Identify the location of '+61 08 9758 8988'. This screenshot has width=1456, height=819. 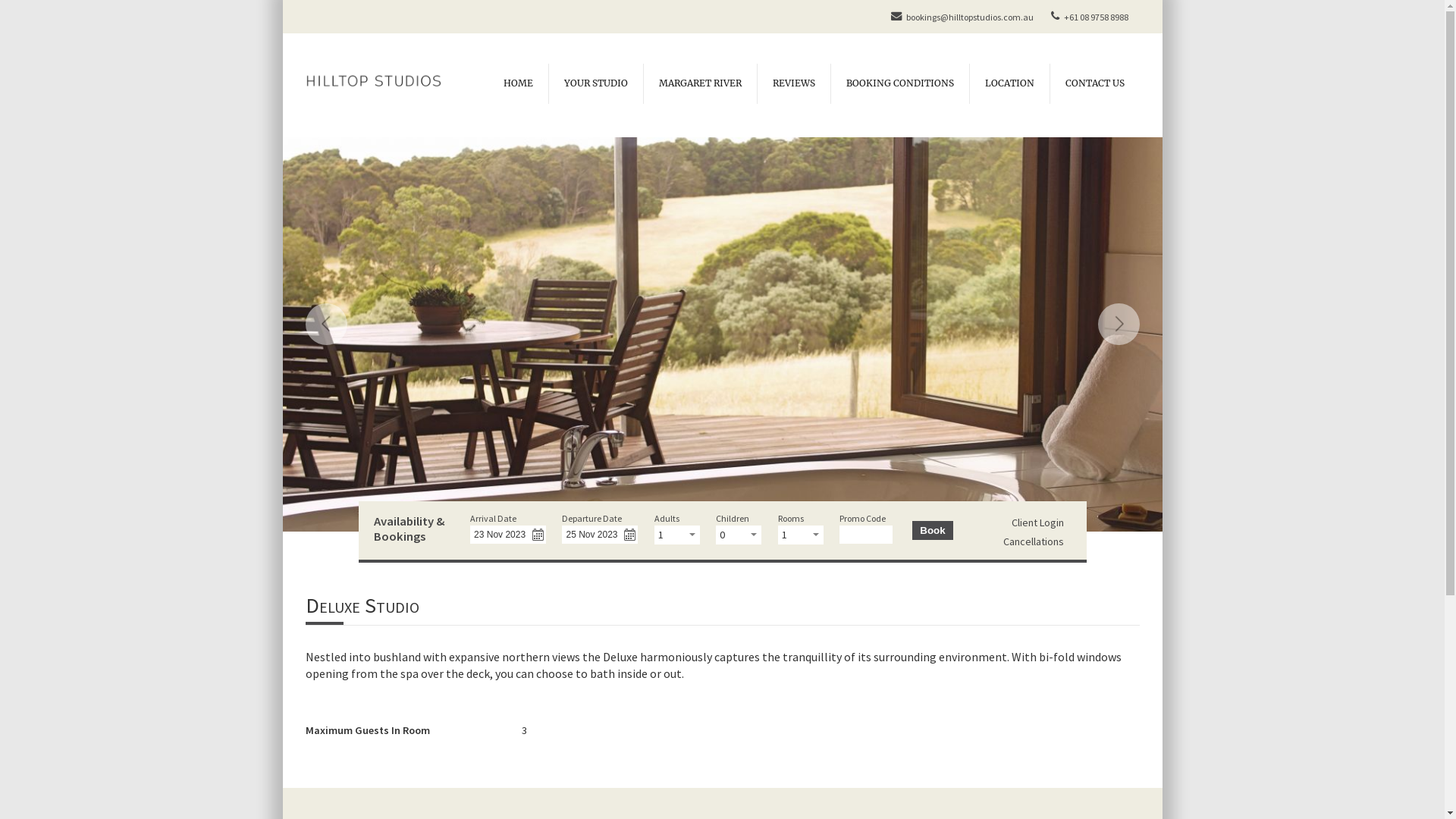
(1043, 17).